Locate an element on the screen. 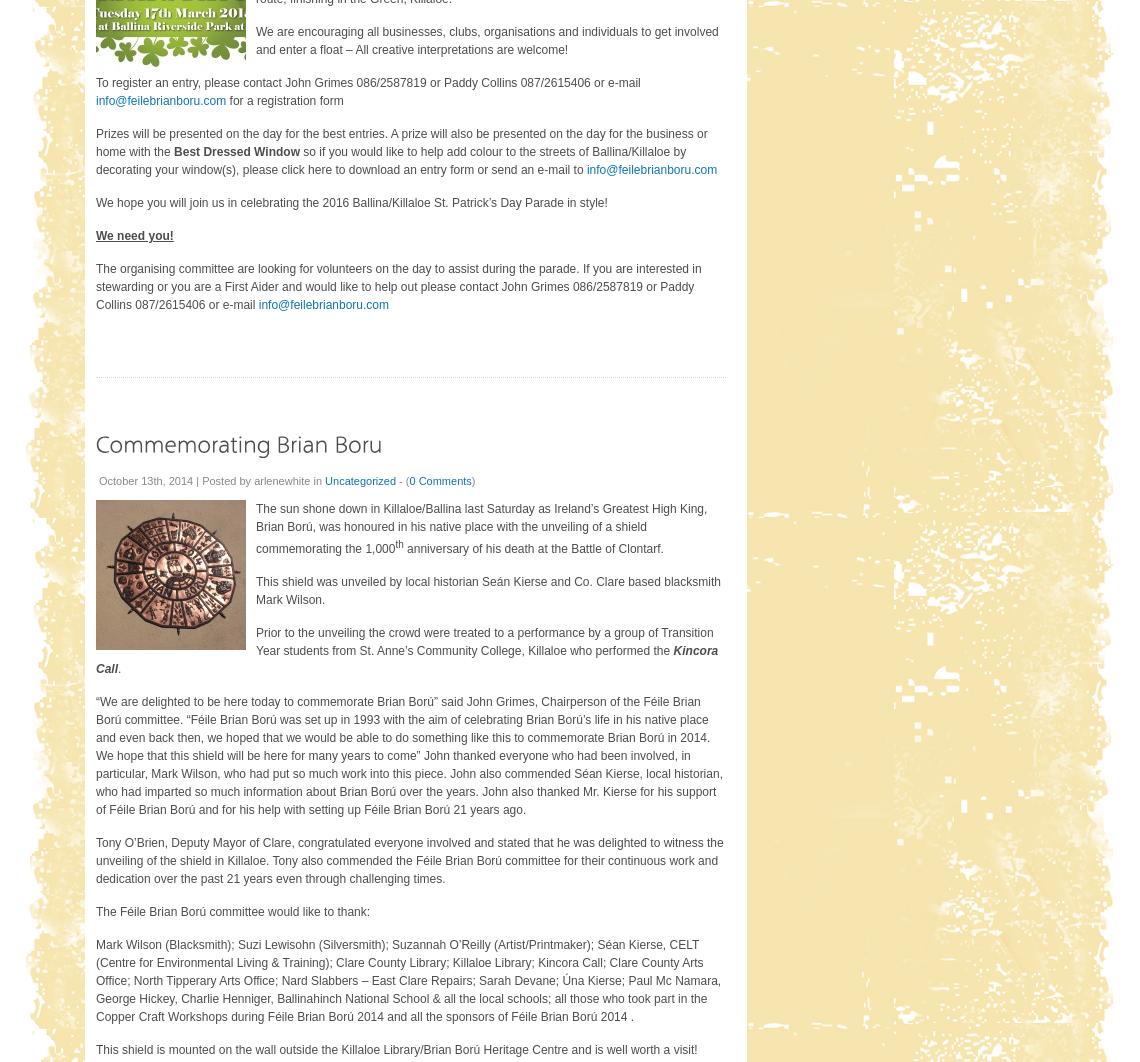 This screenshot has height=1062, width=1140. '0 Comments' is located at coordinates (408, 479).